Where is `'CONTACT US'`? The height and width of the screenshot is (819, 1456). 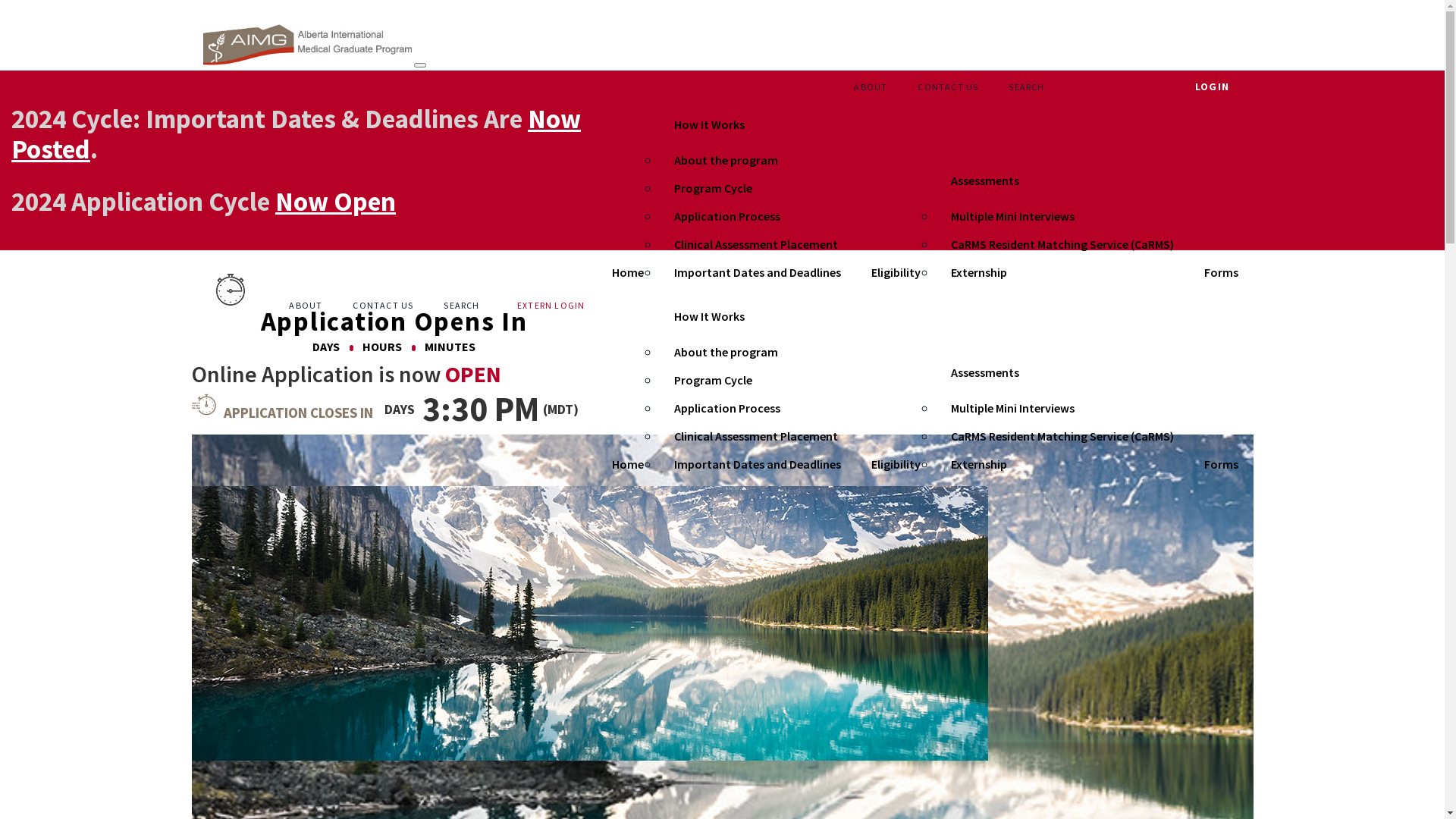
'CONTACT US' is located at coordinates (946, 87).